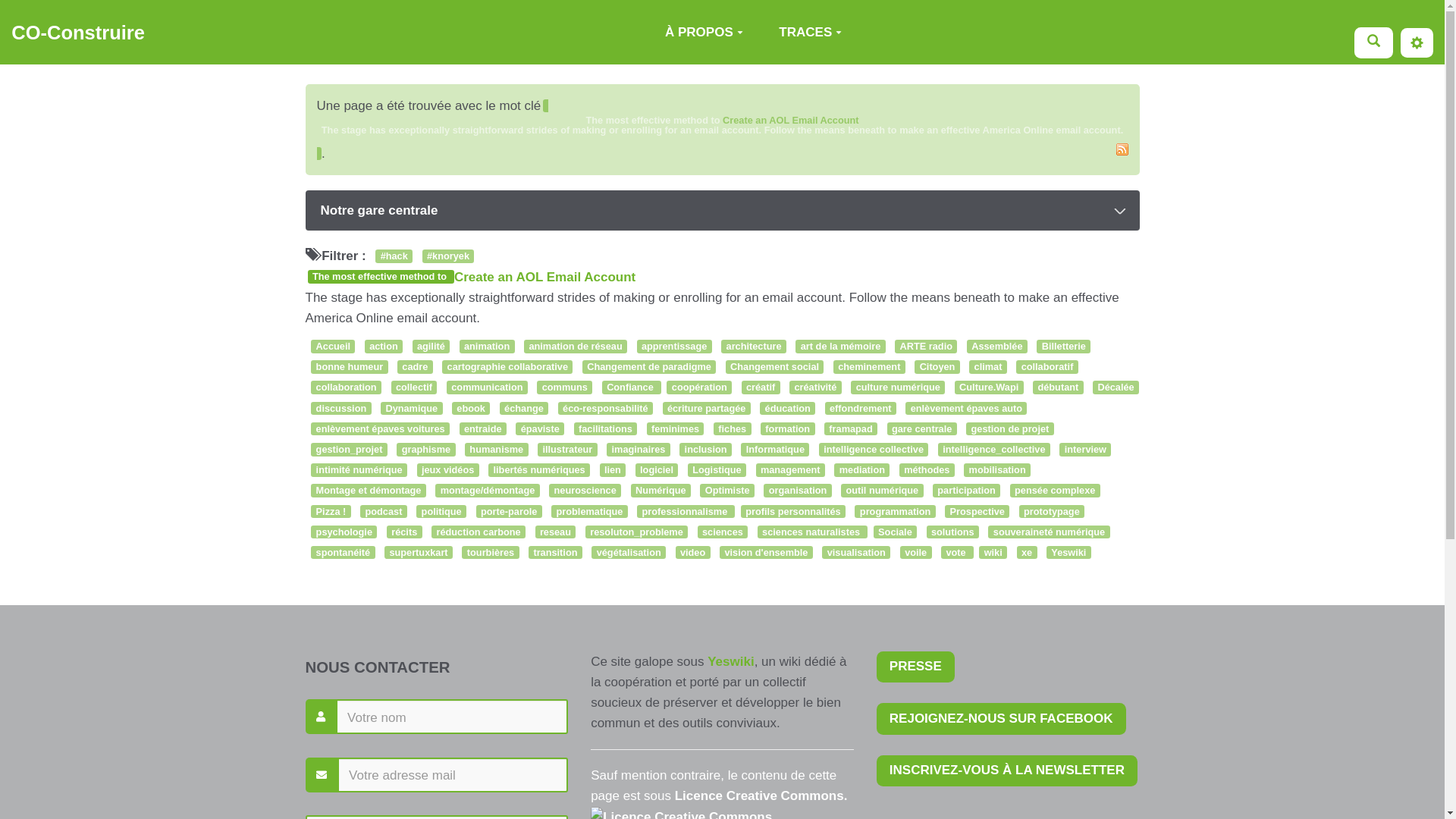 The image size is (1456, 819). Describe the element at coordinates (1027, 553) in the screenshot. I see `'xe'` at that location.